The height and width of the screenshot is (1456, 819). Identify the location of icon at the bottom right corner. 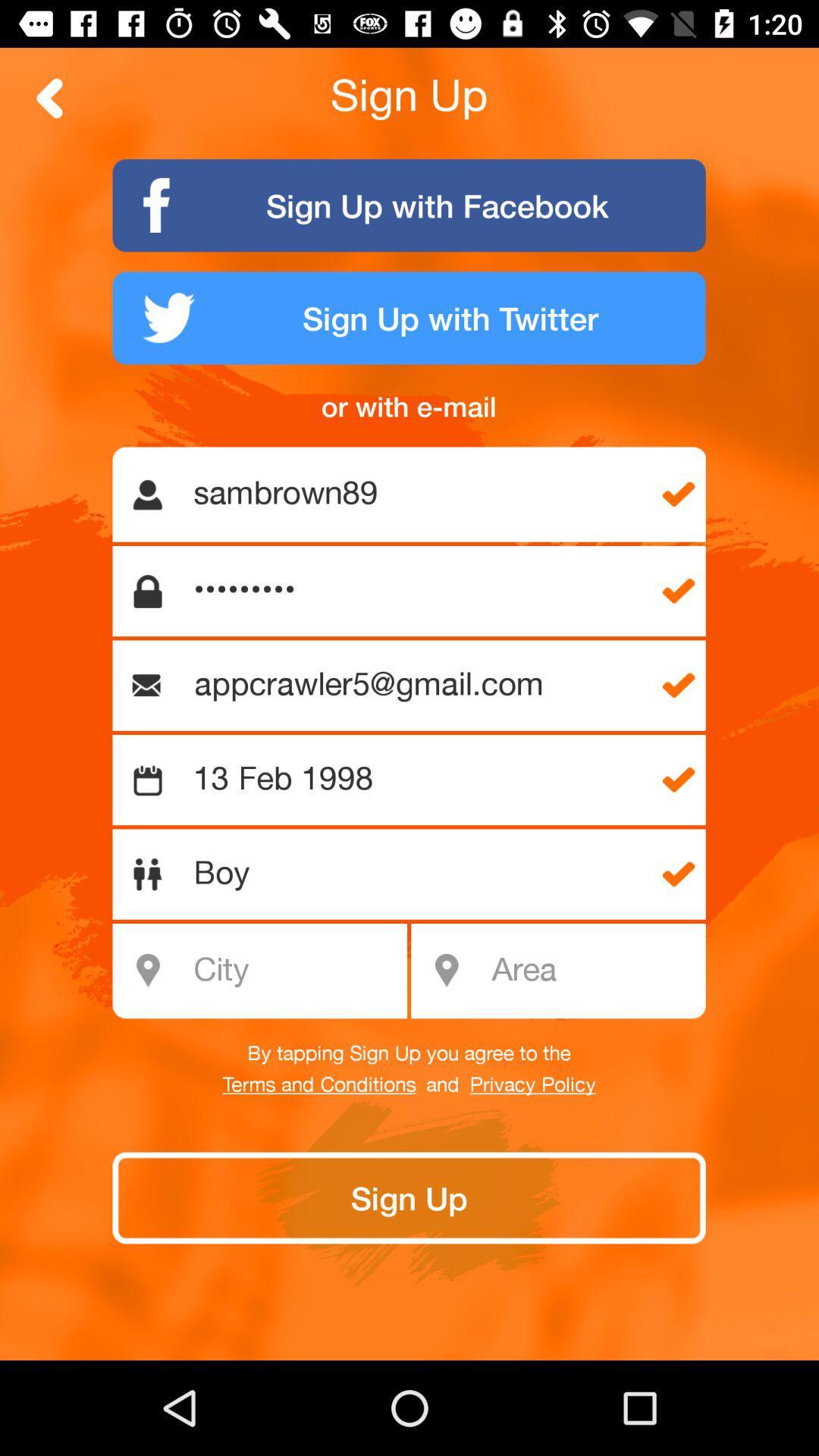
(593, 971).